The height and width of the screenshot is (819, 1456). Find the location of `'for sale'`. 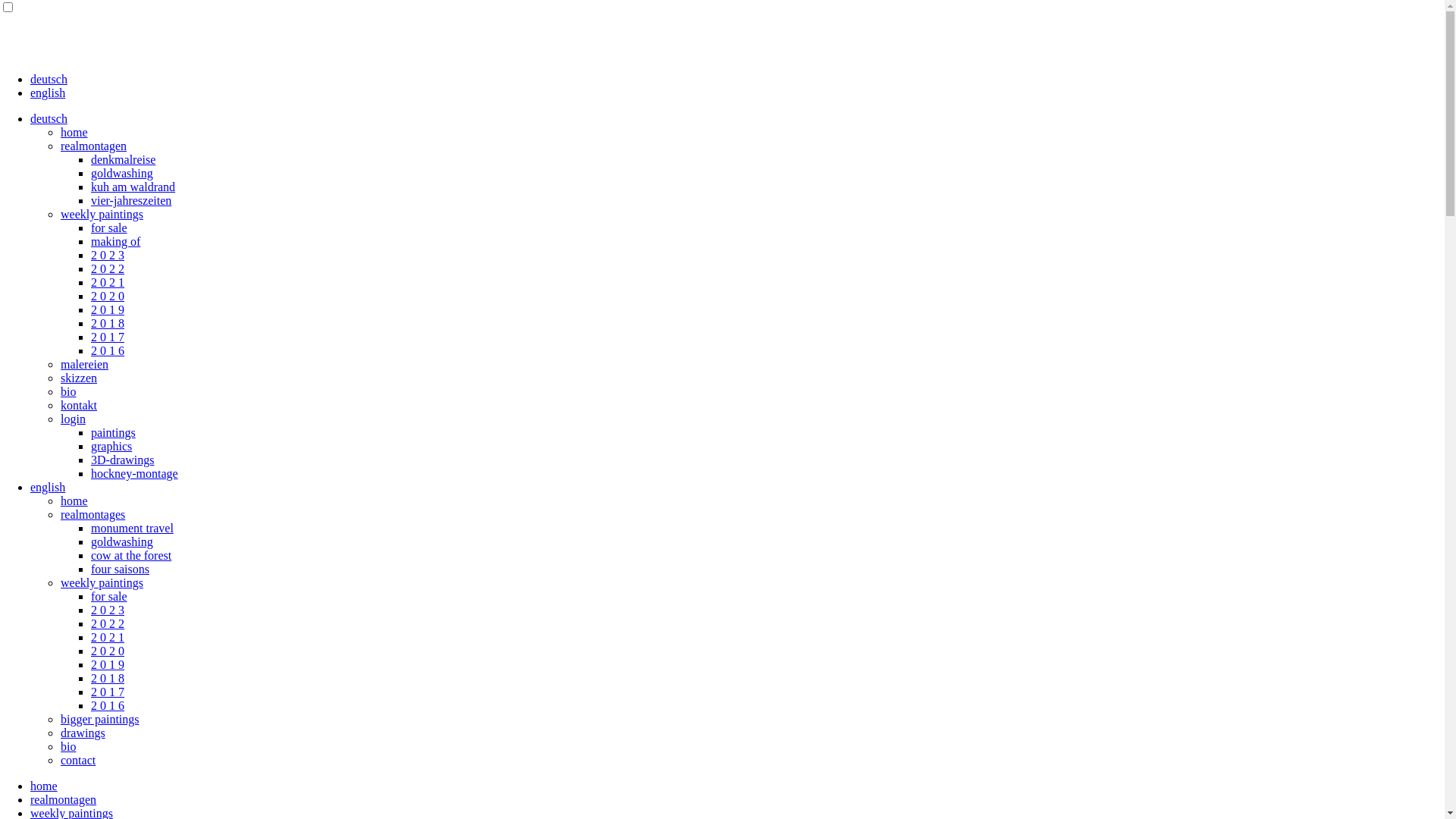

'for sale' is located at coordinates (108, 595).